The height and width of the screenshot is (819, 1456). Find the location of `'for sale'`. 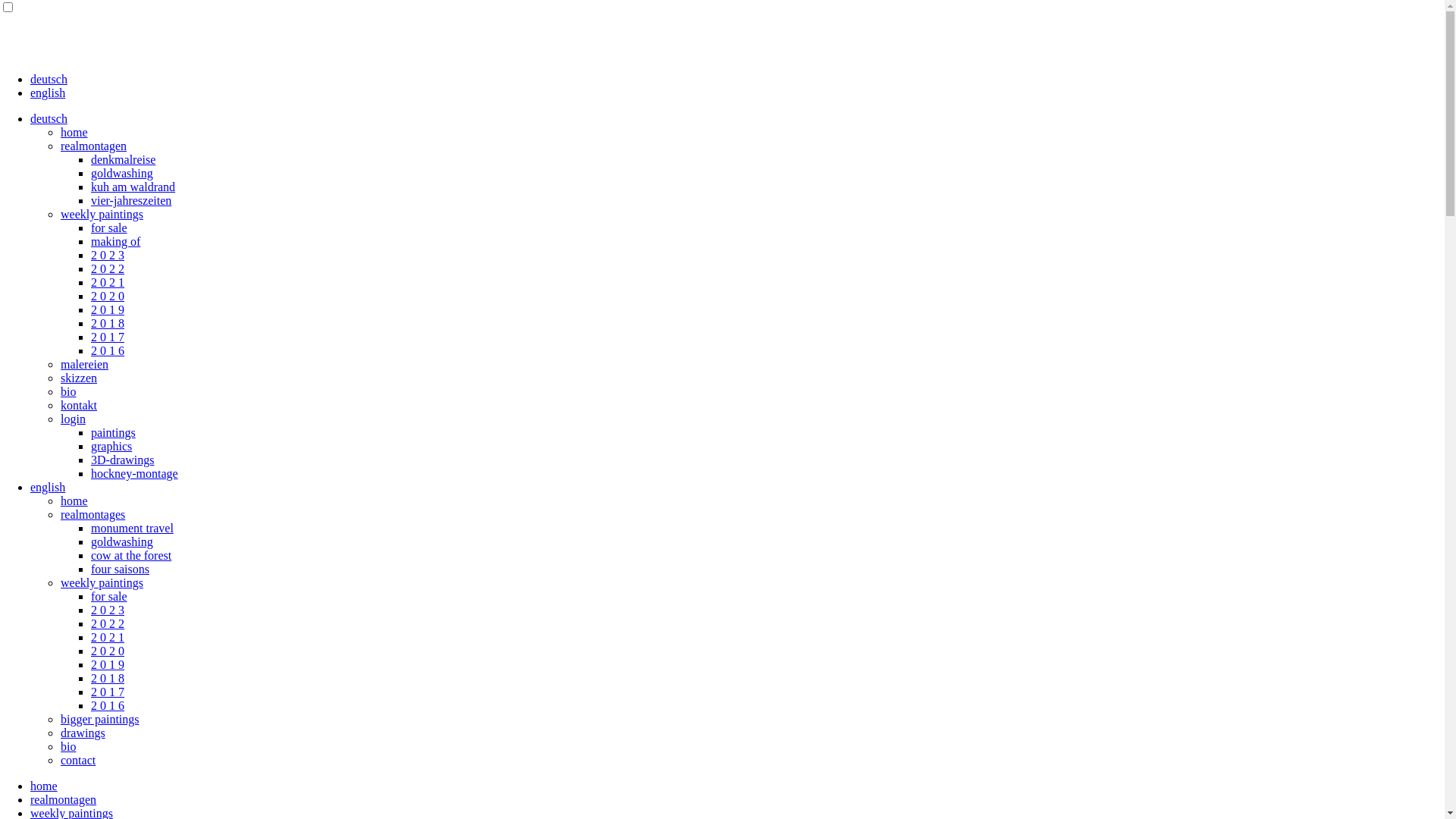

'for sale' is located at coordinates (108, 595).